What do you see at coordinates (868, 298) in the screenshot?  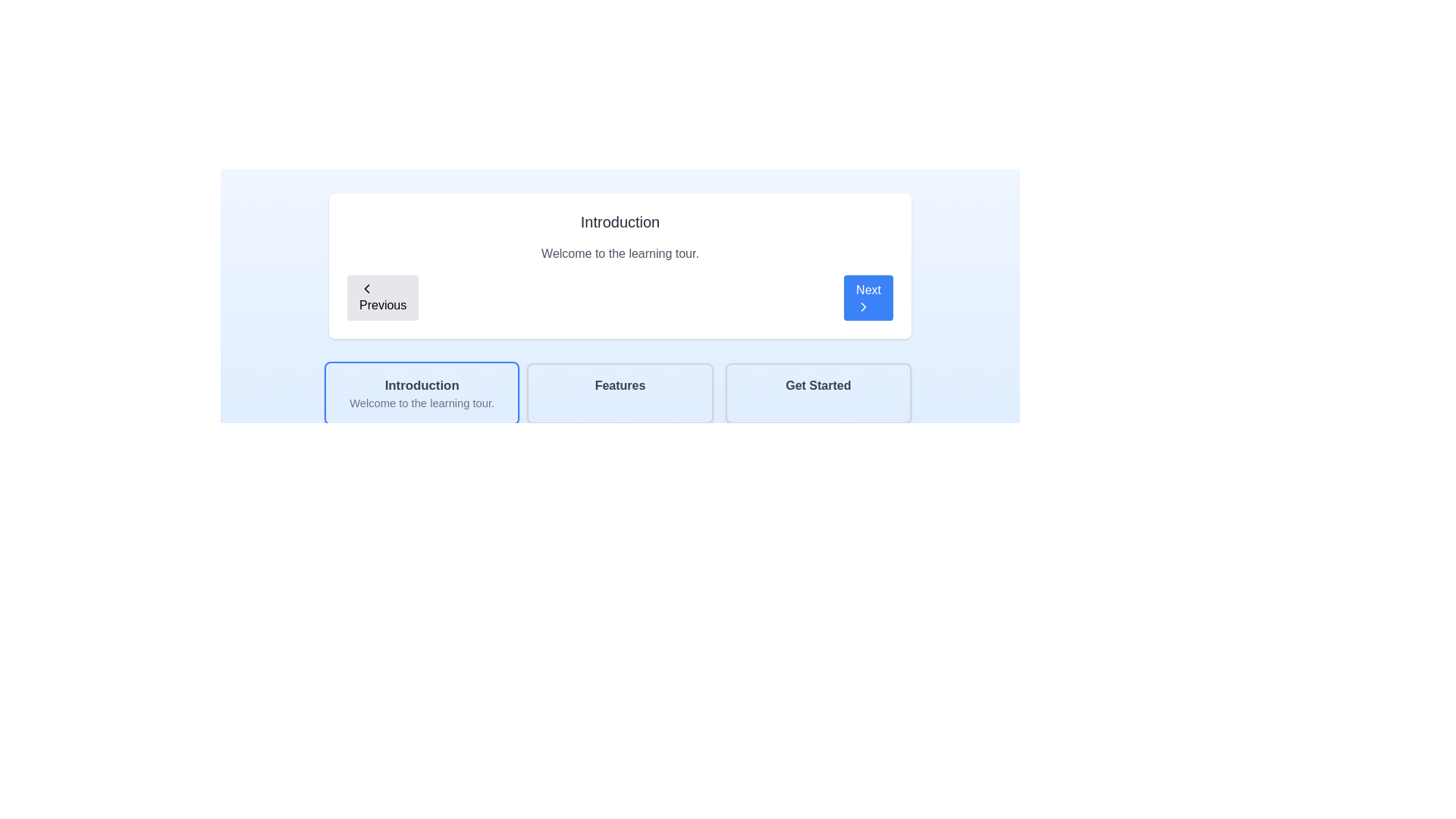 I see `the blue 'Next' button with rounded corners located at the bottom-right of the central card to proceed to the next step` at bounding box center [868, 298].